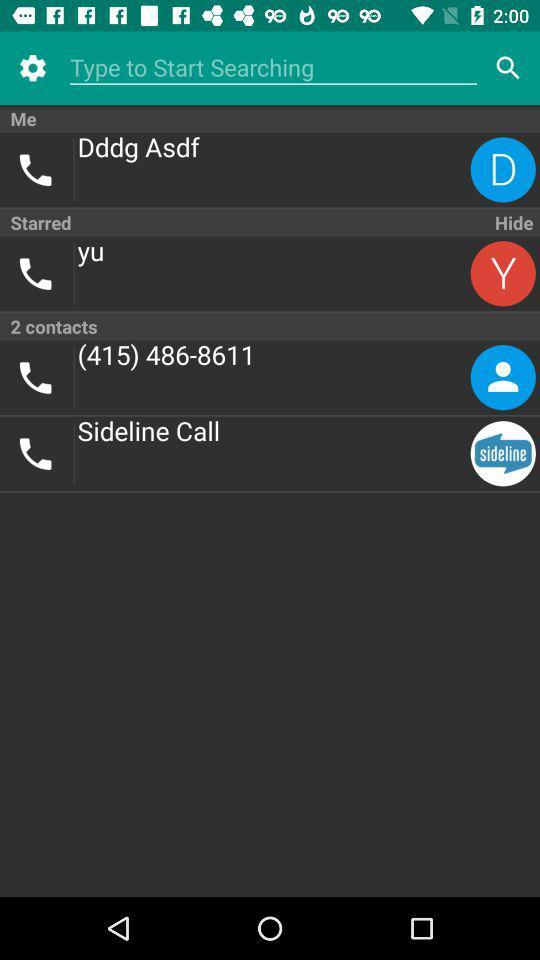 The width and height of the screenshot is (540, 960). I want to click on the search icon, so click(508, 68).